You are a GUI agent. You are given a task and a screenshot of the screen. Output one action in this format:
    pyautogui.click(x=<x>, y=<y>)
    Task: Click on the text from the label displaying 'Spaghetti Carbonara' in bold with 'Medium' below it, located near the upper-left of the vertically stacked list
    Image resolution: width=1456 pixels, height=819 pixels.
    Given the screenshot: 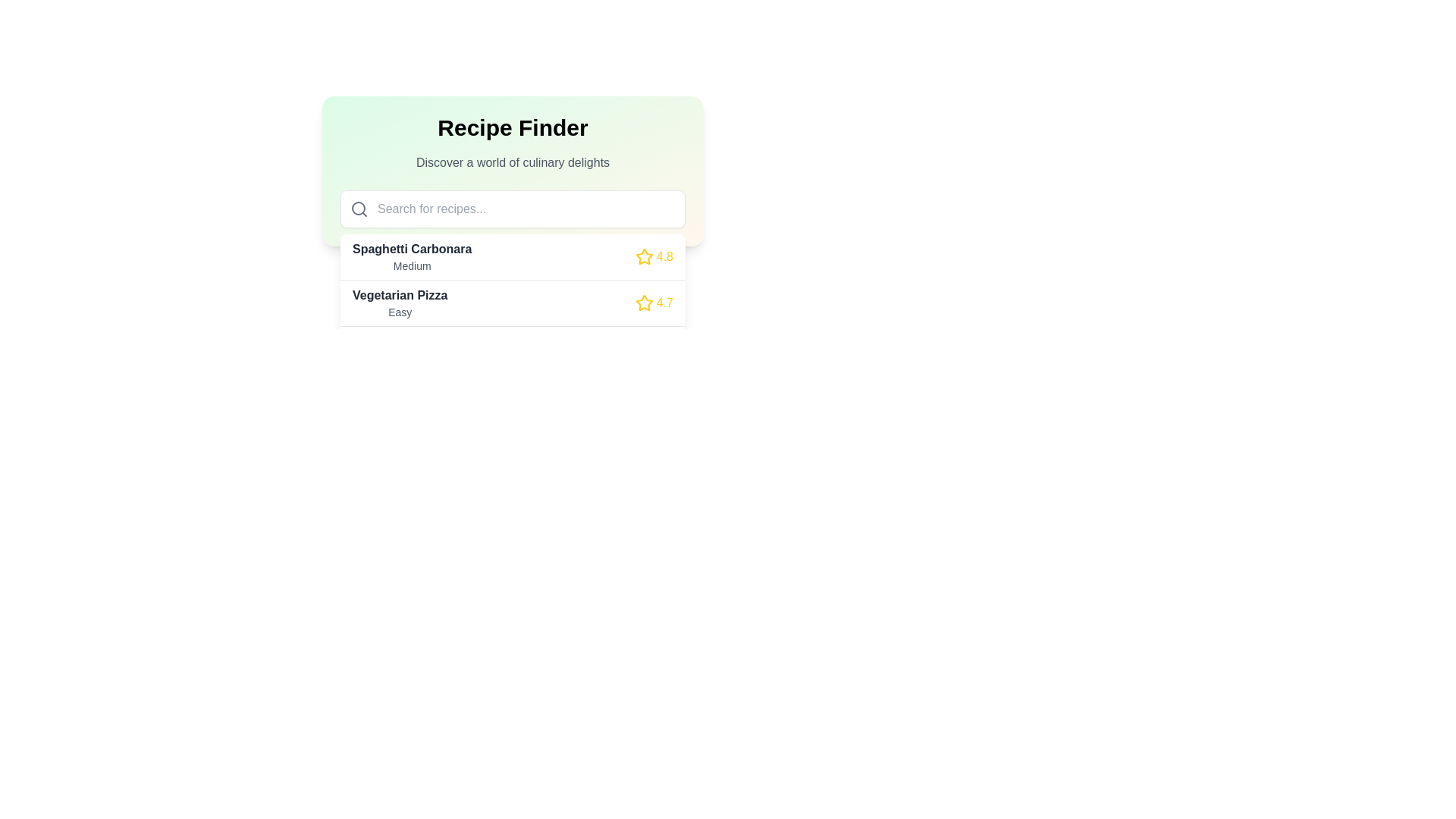 What is the action you would take?
    pyautogui.click(x=412, y=256)
    